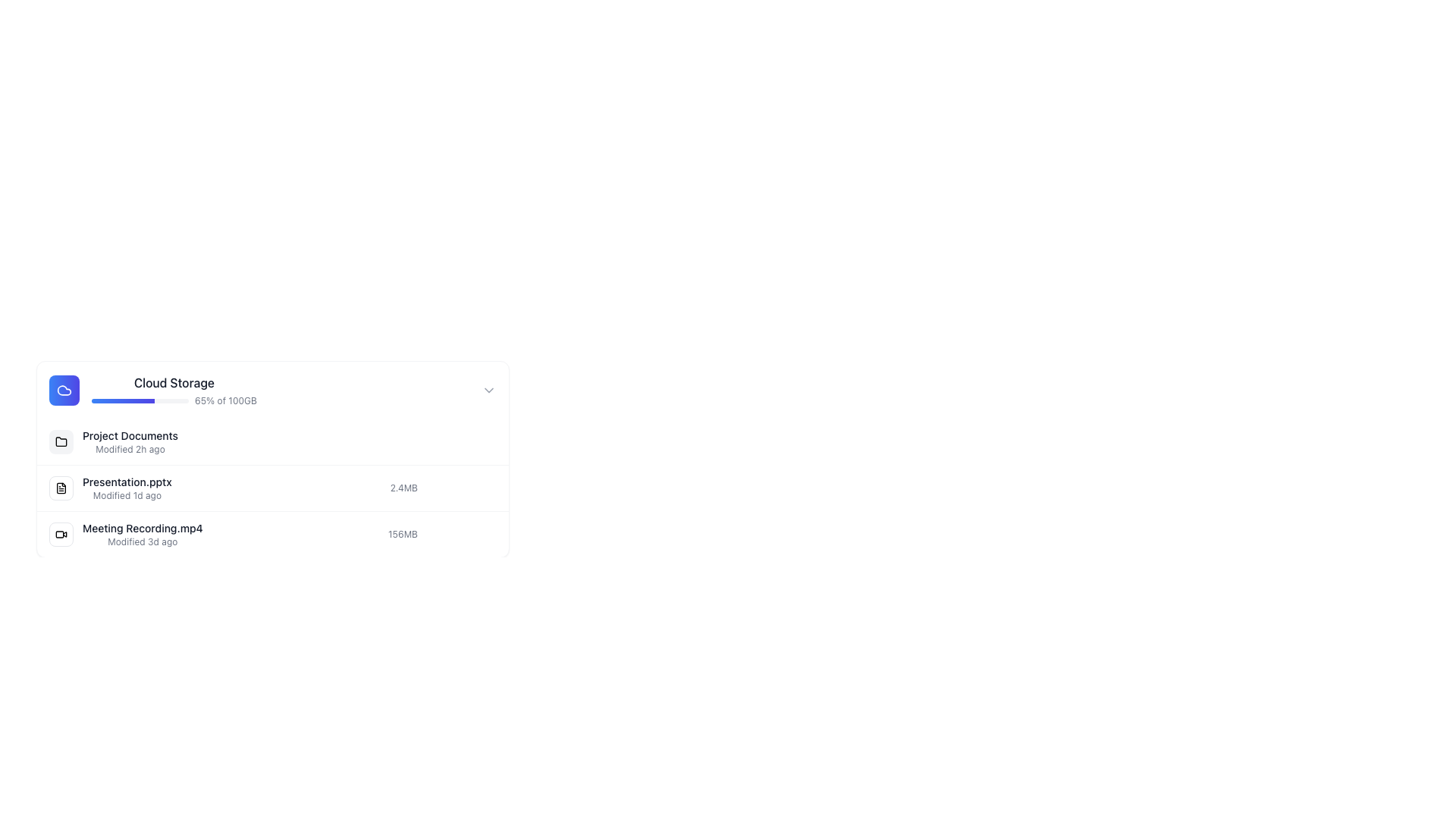  I want to click on the storage progress bar, so click(90, 400).